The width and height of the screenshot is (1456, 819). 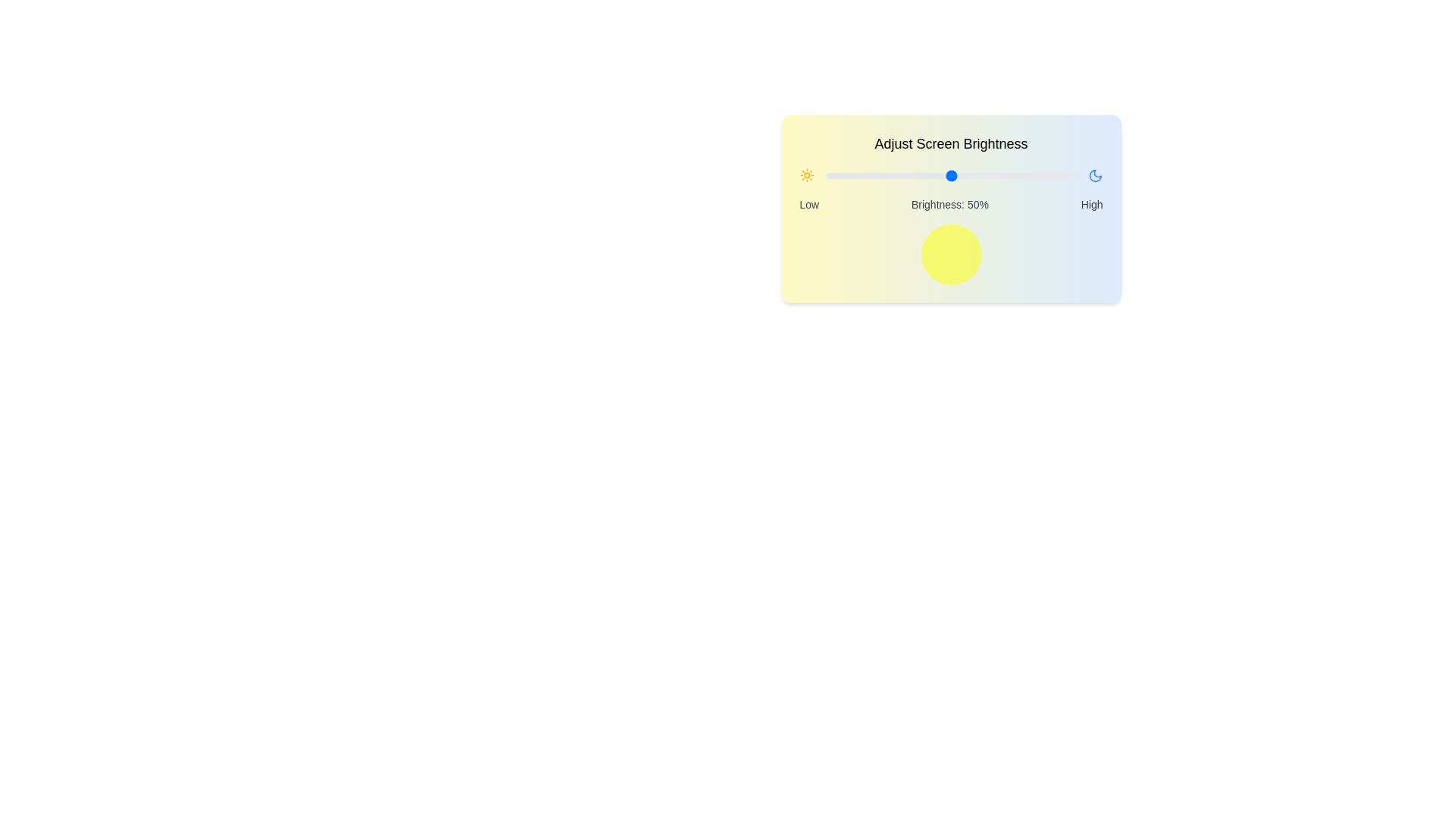 What do you see at coordinates (861, 174) in the screenshot?
I see `the brightness slider to 14%` at bounding box center [861, 174].